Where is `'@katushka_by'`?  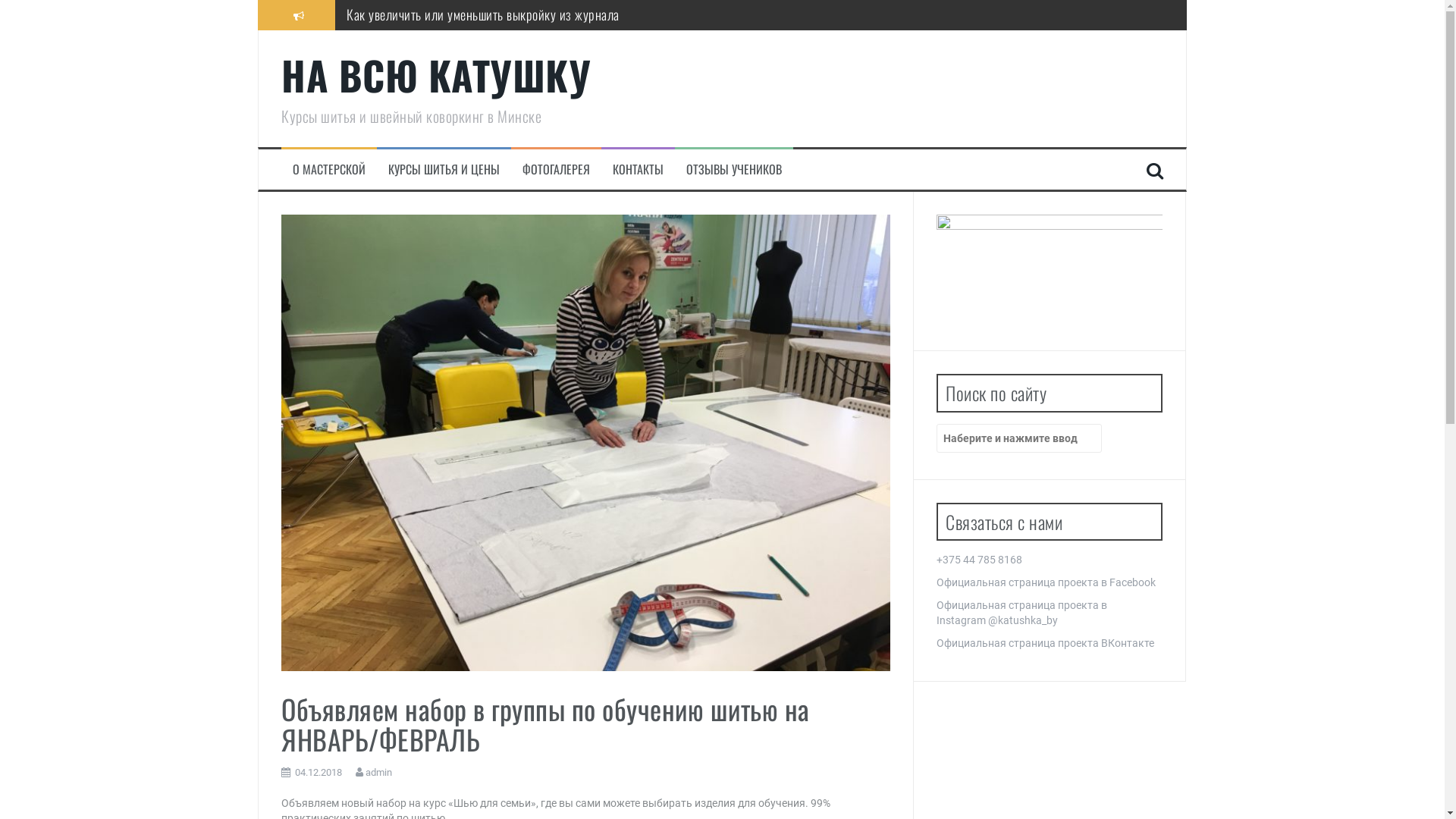
'@katushka_by' is located at coordinates (1022, 620).